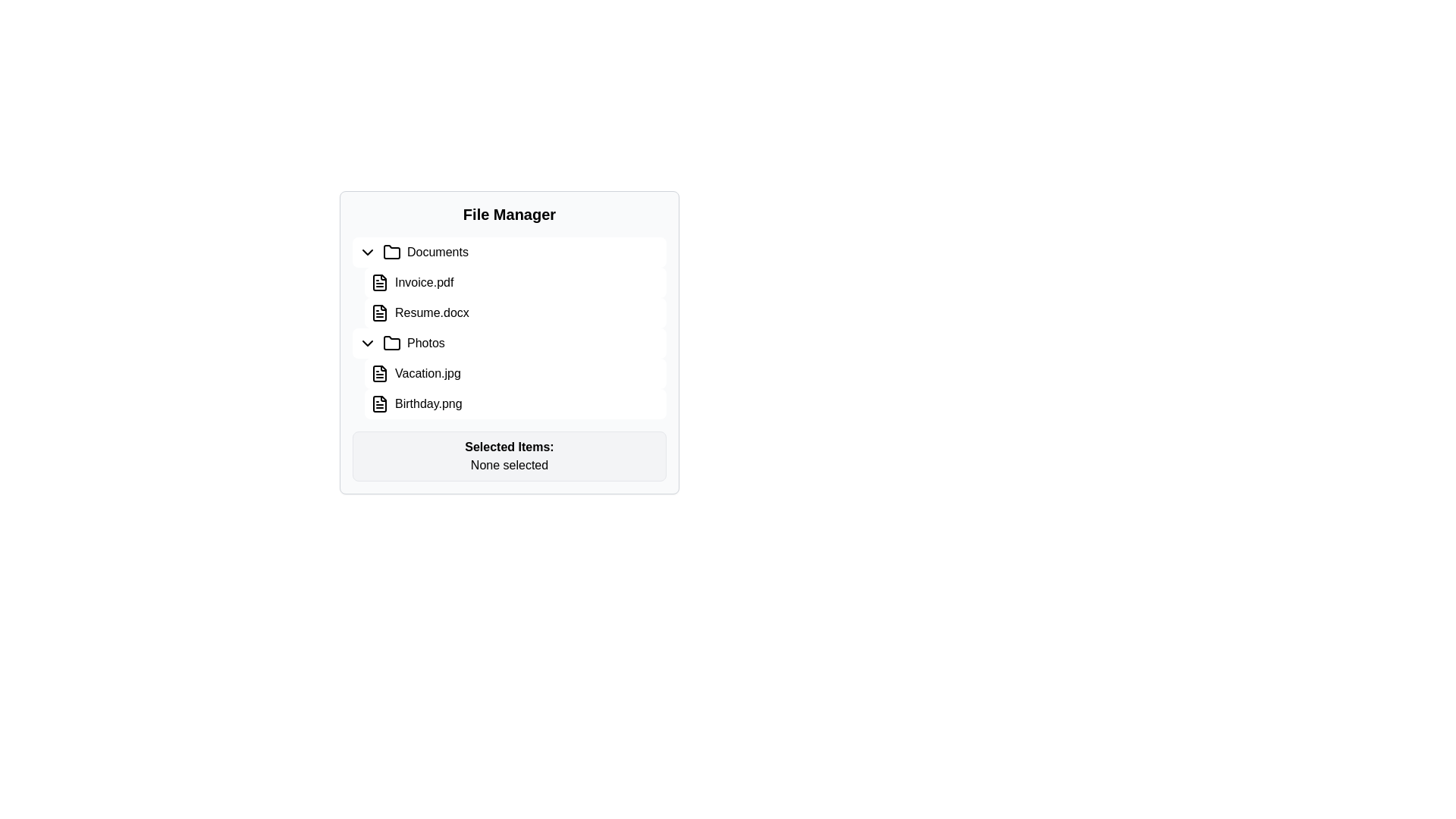  I want to click on the File entry item displaying 'Invoice.pdf' in the Documents folder, so click(510, 283).